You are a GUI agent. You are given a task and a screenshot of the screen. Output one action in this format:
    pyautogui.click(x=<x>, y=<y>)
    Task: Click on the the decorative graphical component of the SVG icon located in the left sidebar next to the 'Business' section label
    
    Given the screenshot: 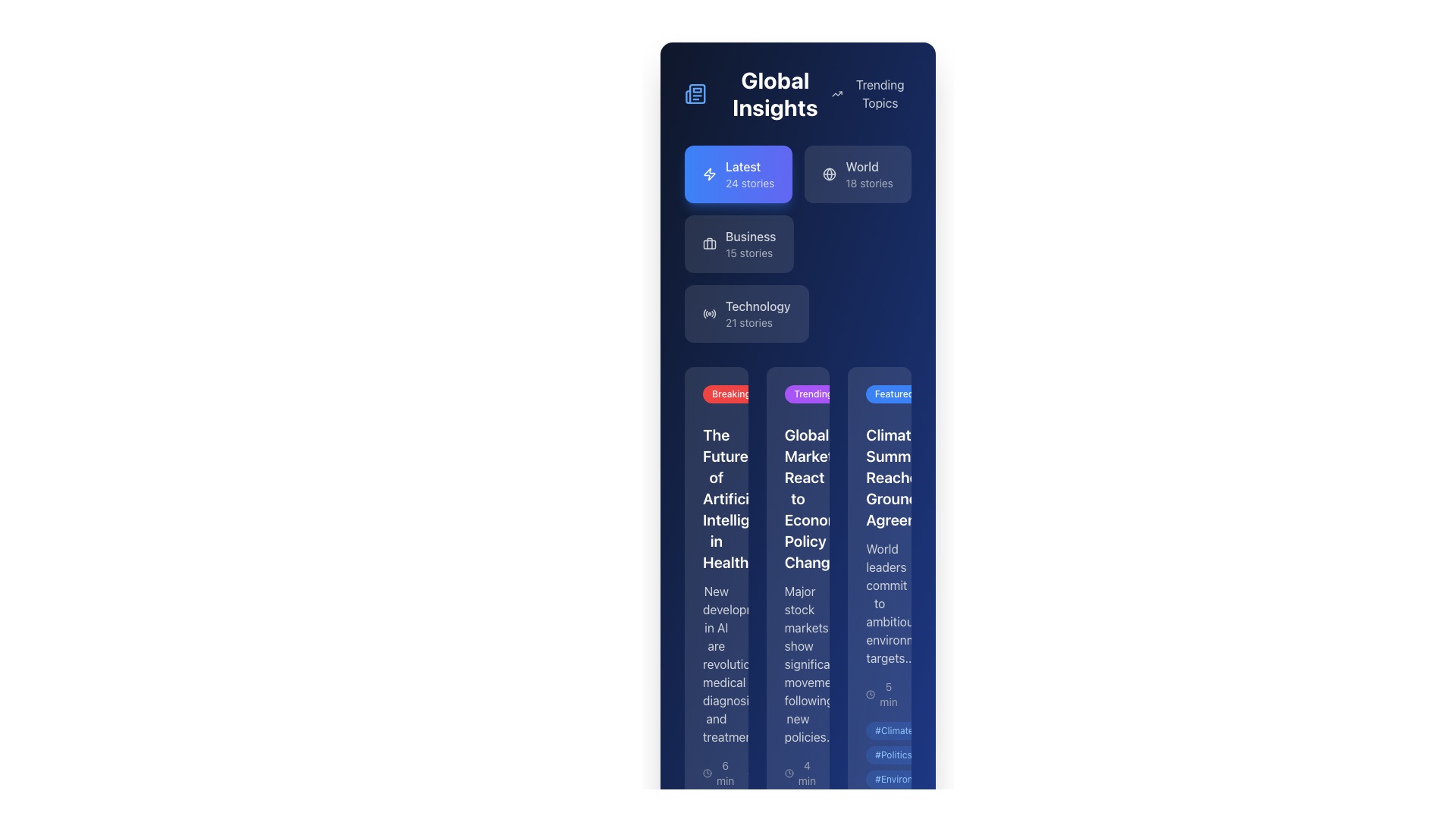 What is the action you would take?
    pyautogui.click(x=709, y=242)
    